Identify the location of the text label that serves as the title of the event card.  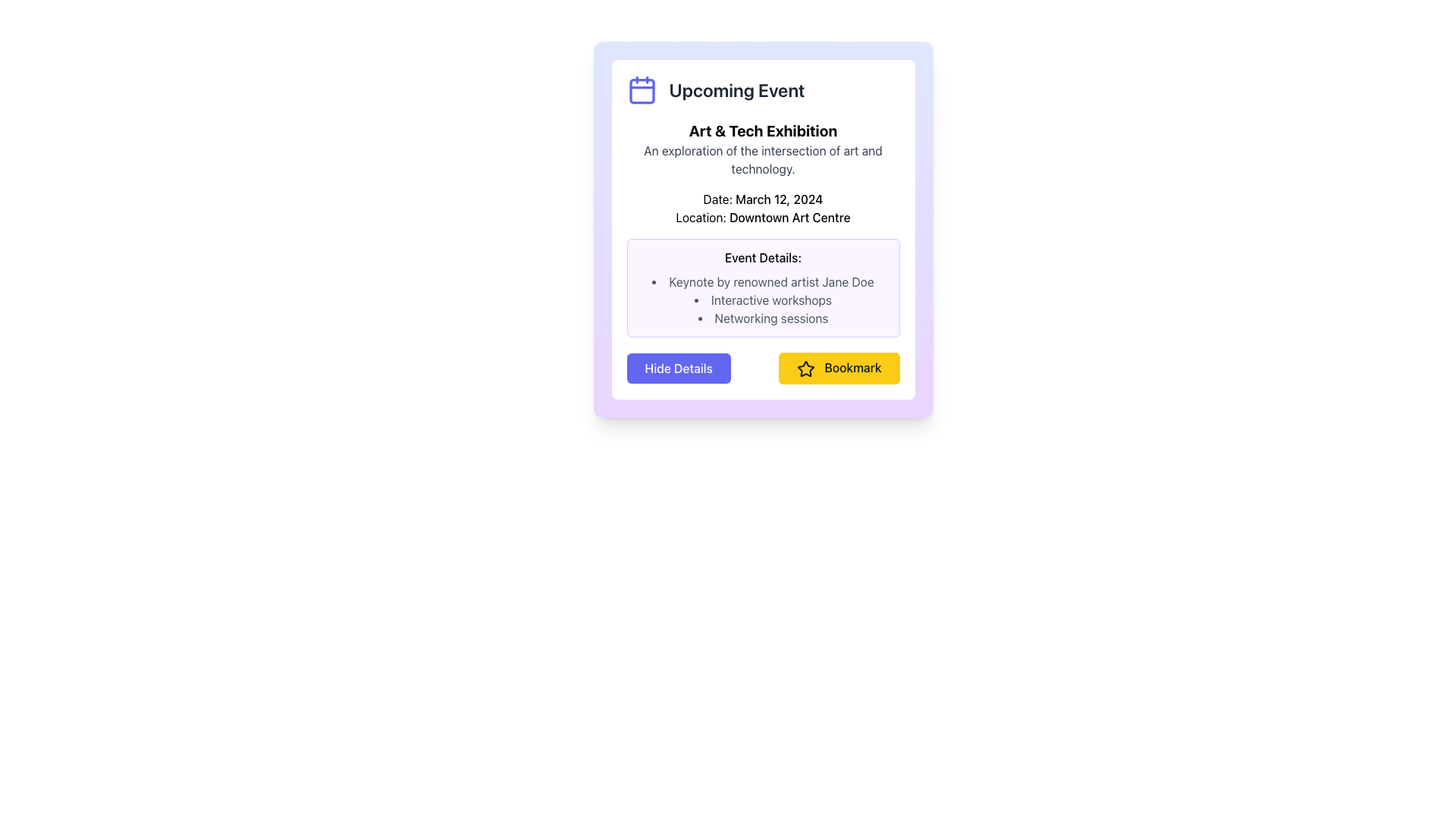
(763, 130).